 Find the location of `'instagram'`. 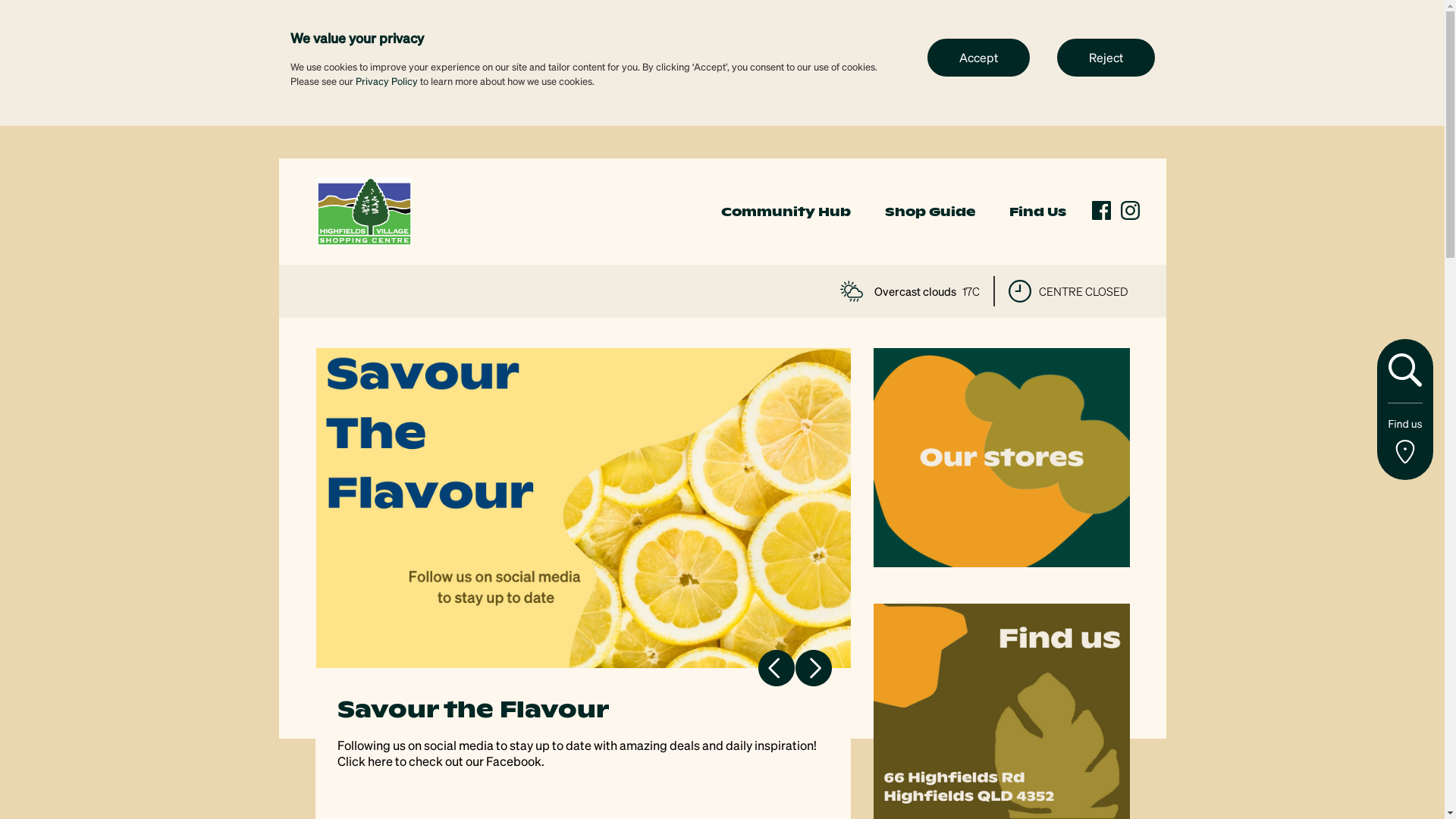

'instagram' is located at coordinates (1130, 210).